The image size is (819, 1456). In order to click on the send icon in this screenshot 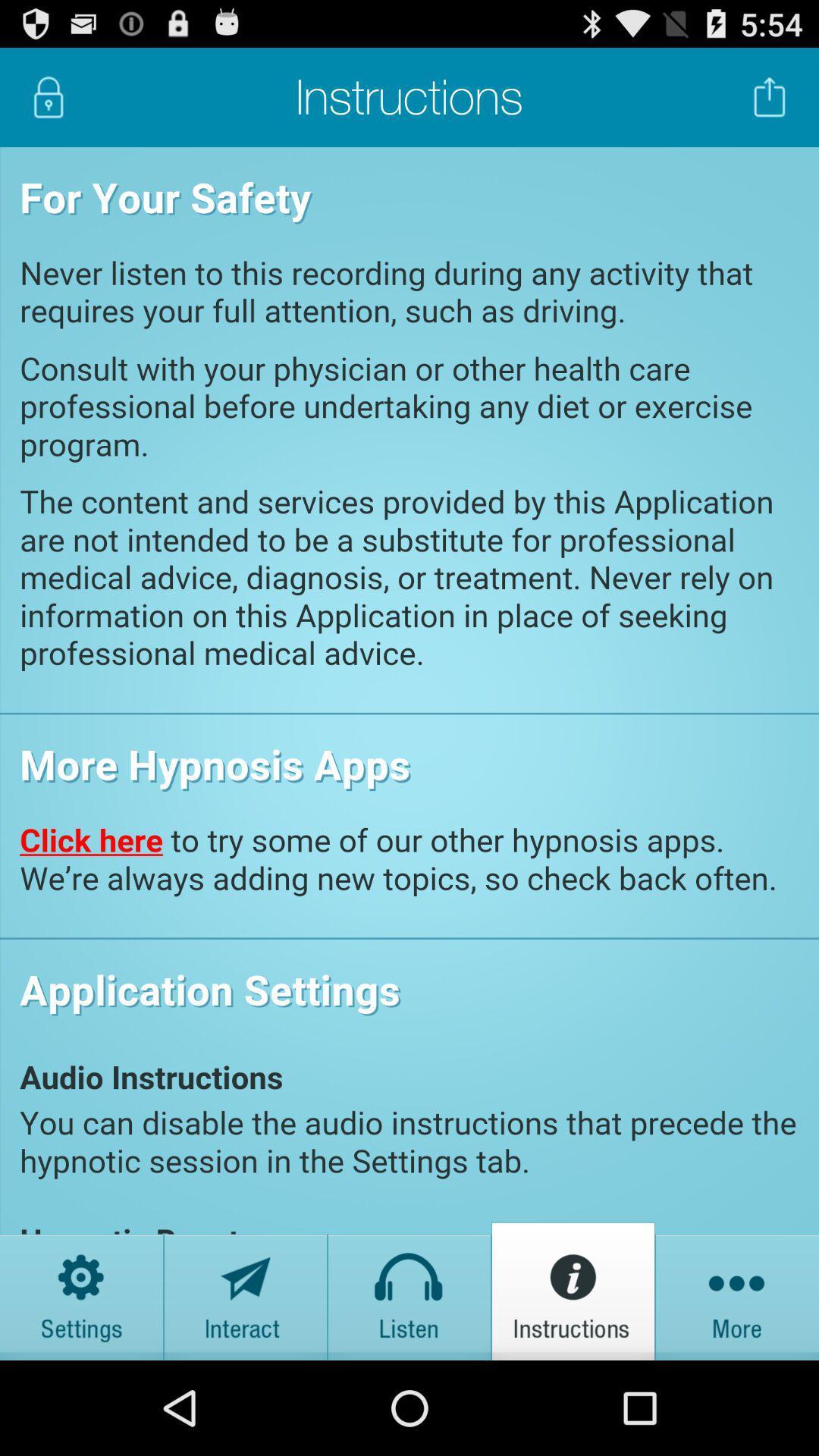, I will do `click(245, 1381)`.